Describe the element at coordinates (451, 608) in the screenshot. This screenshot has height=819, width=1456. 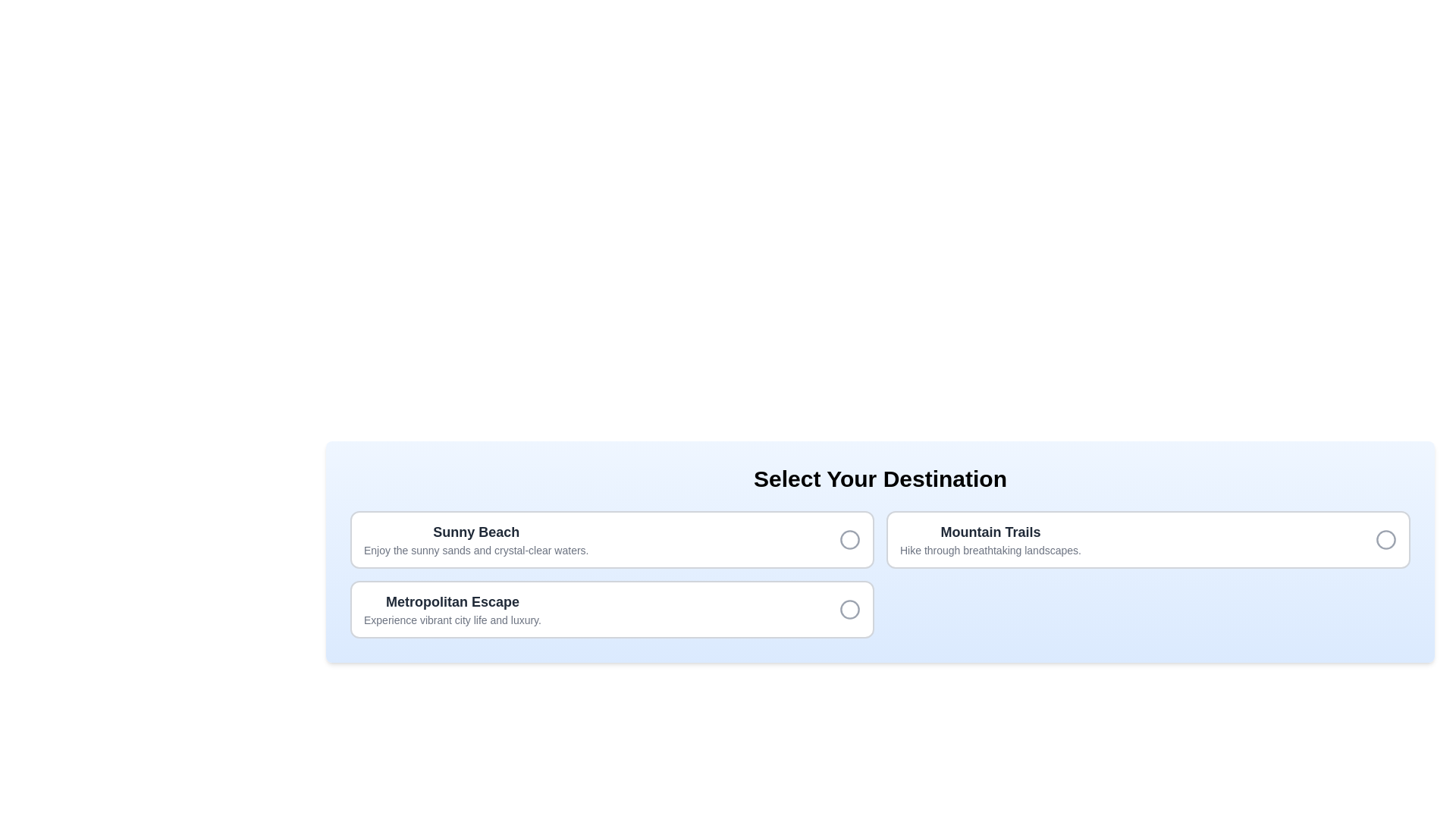
I see `the middle selectable destination option in the 'Select Your Destination' section, which is located below 'Sunny Beach' and above 'Mountain Trails'` at that location.